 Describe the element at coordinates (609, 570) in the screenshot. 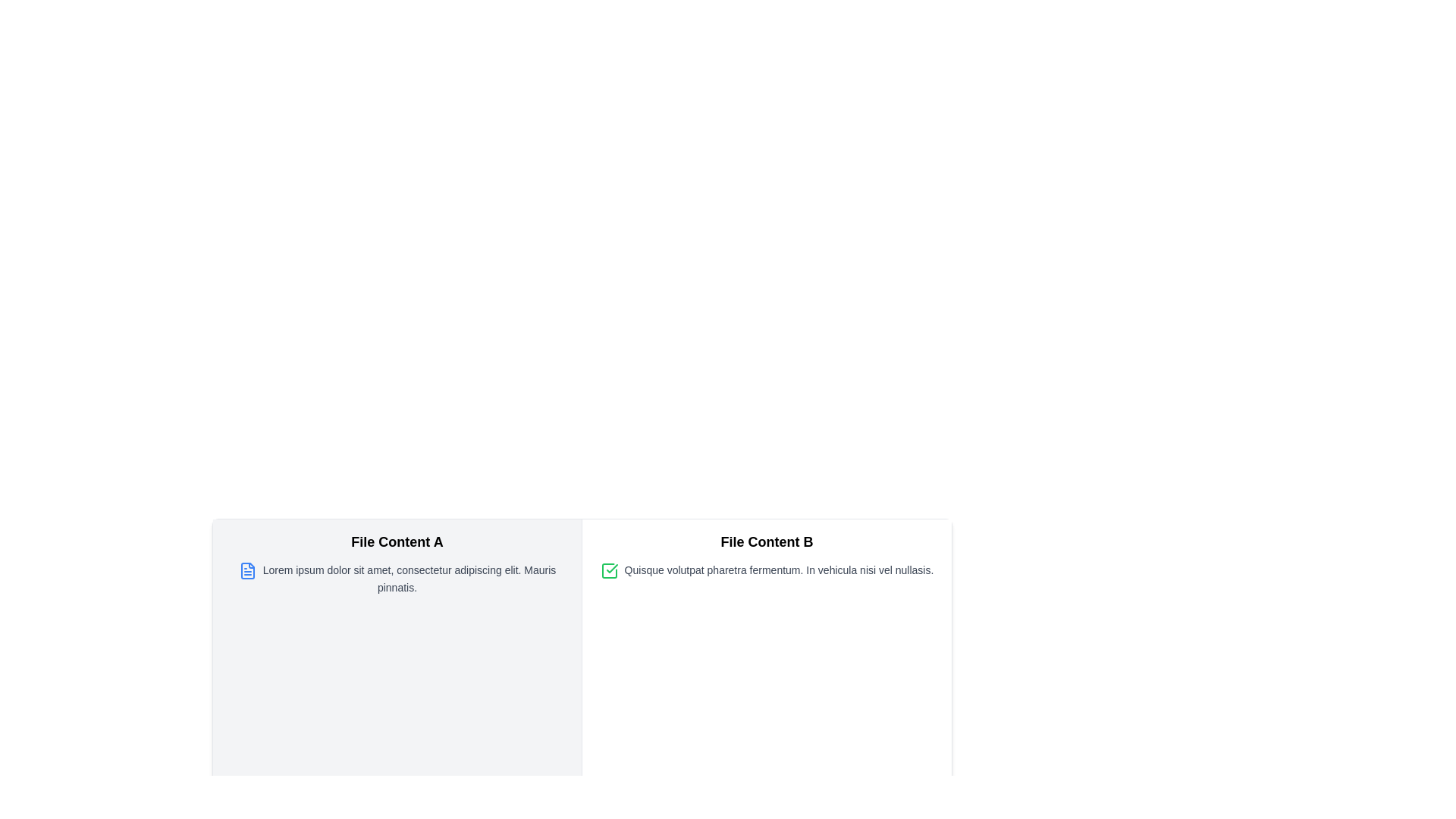

I see `the green checkmark icon located to the immediate left of the text 'Quisque volutpat pharetra fermentum. In vehicula nisi vel nullasis.' in the 'File Content B' section` at that location.